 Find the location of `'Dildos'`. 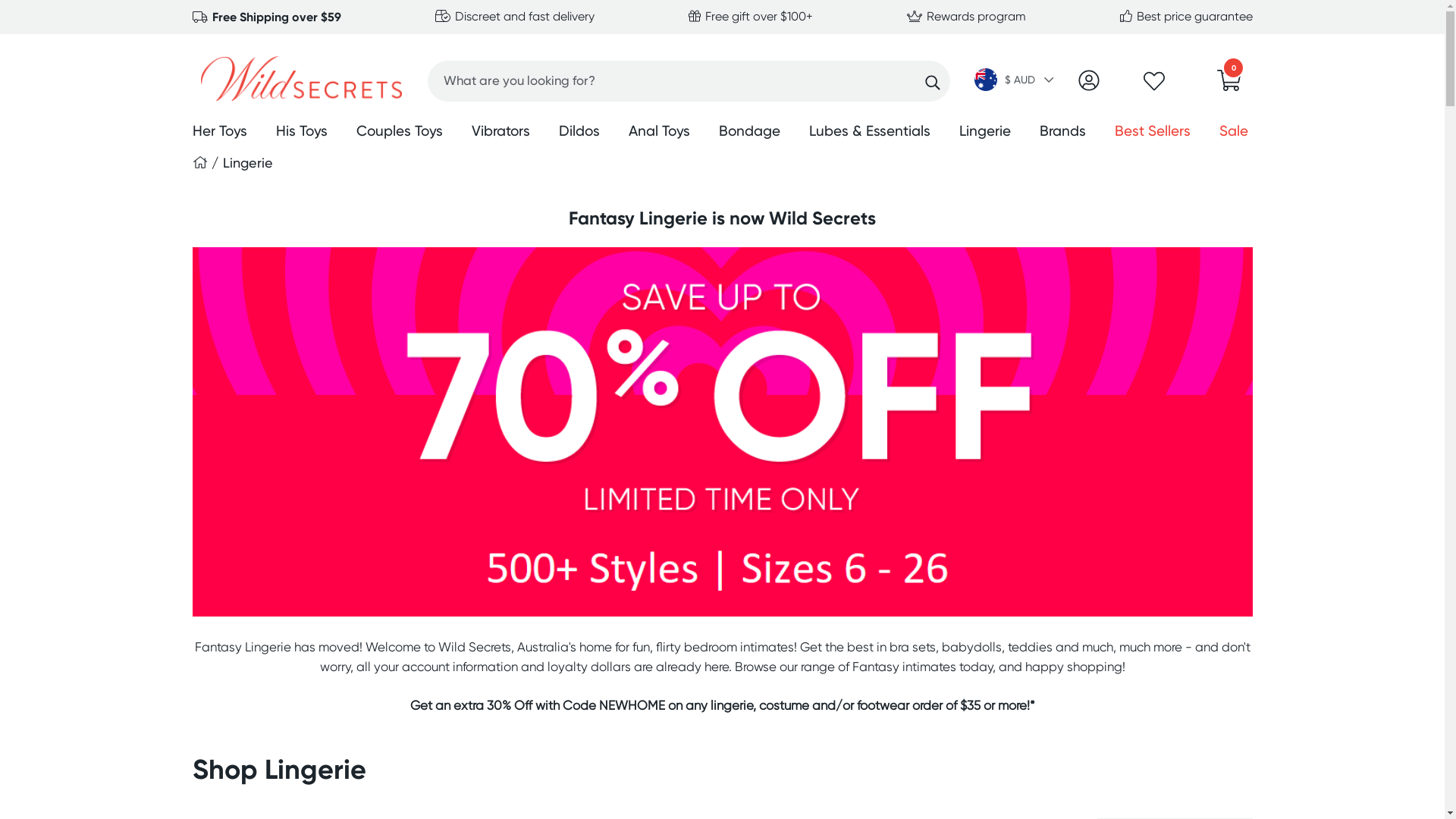

'Dildos' is located at coordinates (578, 131).